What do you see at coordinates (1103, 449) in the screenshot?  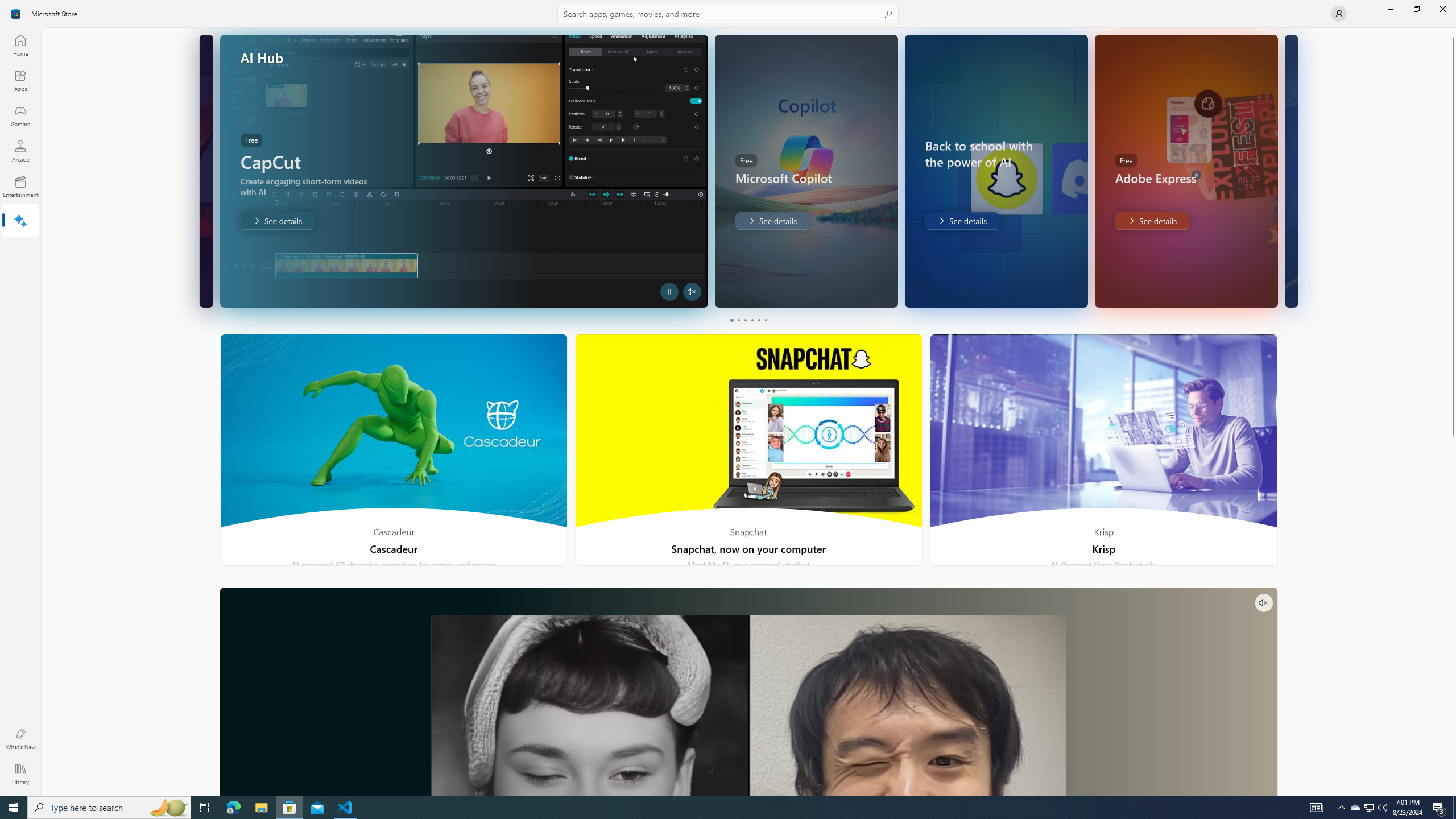 I see `'Krisp'` at bounding box center [1103, 449].